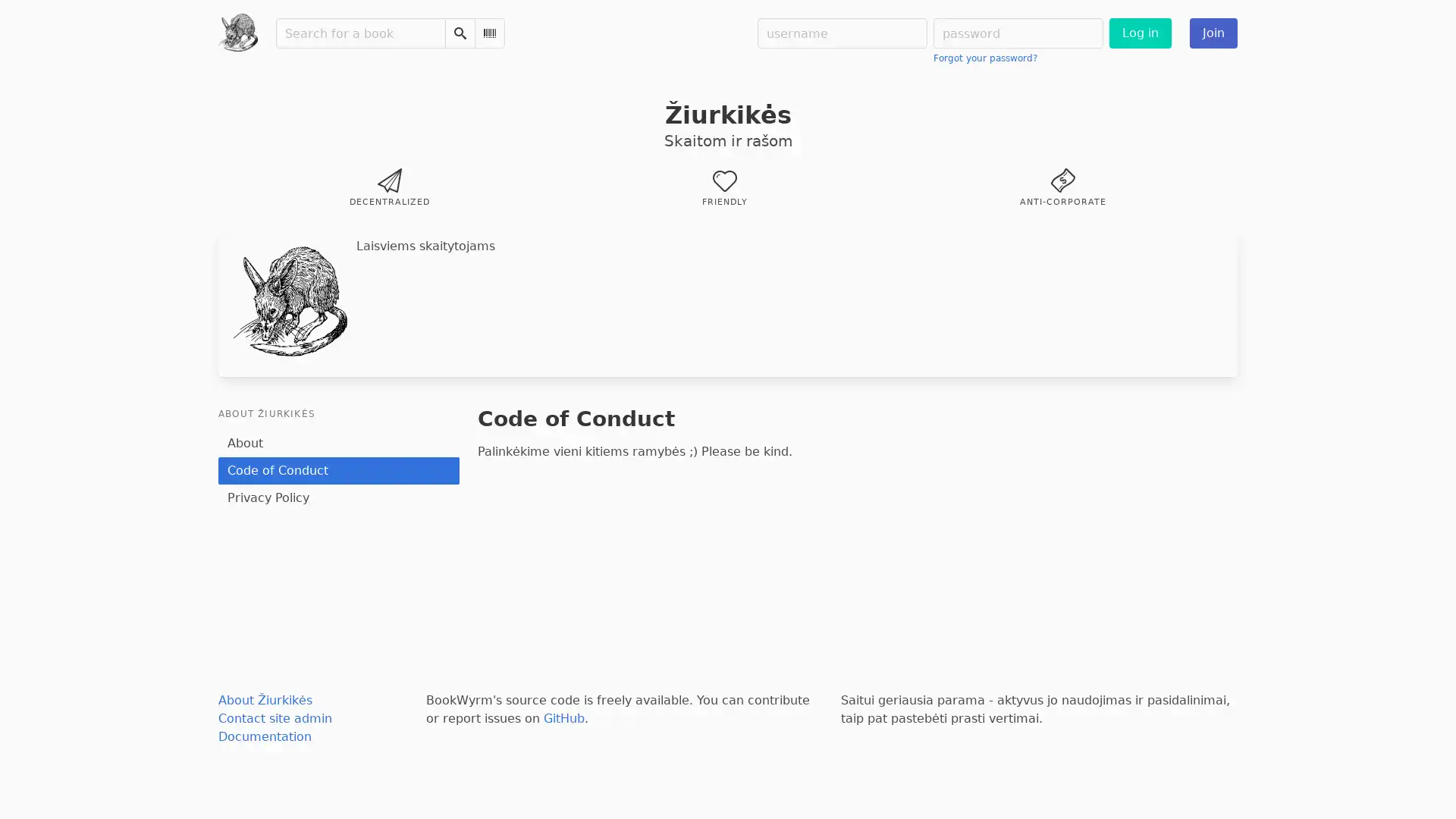 This screenshot has height=819, width=1456. I want to click on Search, so click(458, 33).